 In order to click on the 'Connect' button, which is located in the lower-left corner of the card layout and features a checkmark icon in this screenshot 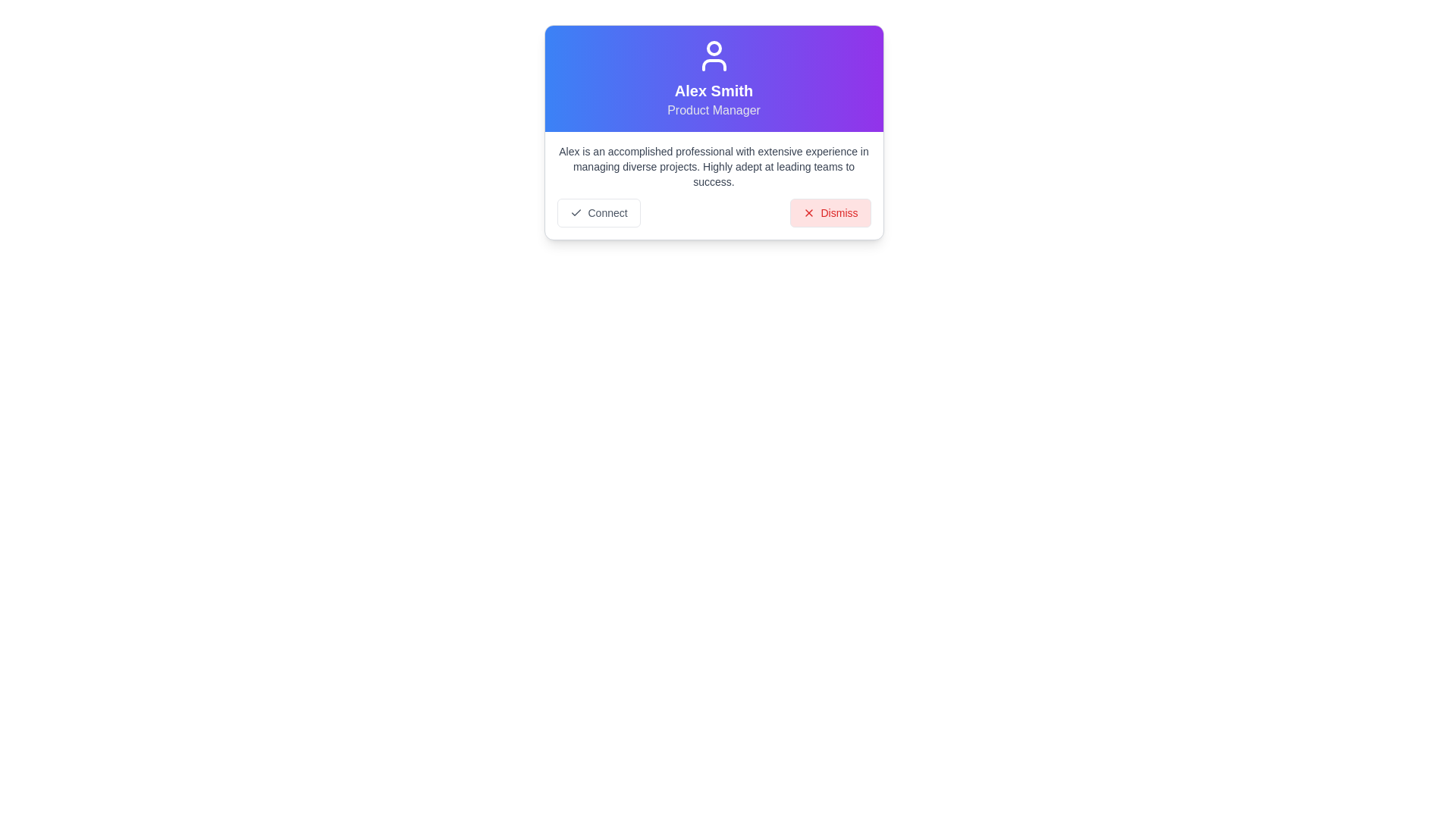, I will do `click(598, 213)`.